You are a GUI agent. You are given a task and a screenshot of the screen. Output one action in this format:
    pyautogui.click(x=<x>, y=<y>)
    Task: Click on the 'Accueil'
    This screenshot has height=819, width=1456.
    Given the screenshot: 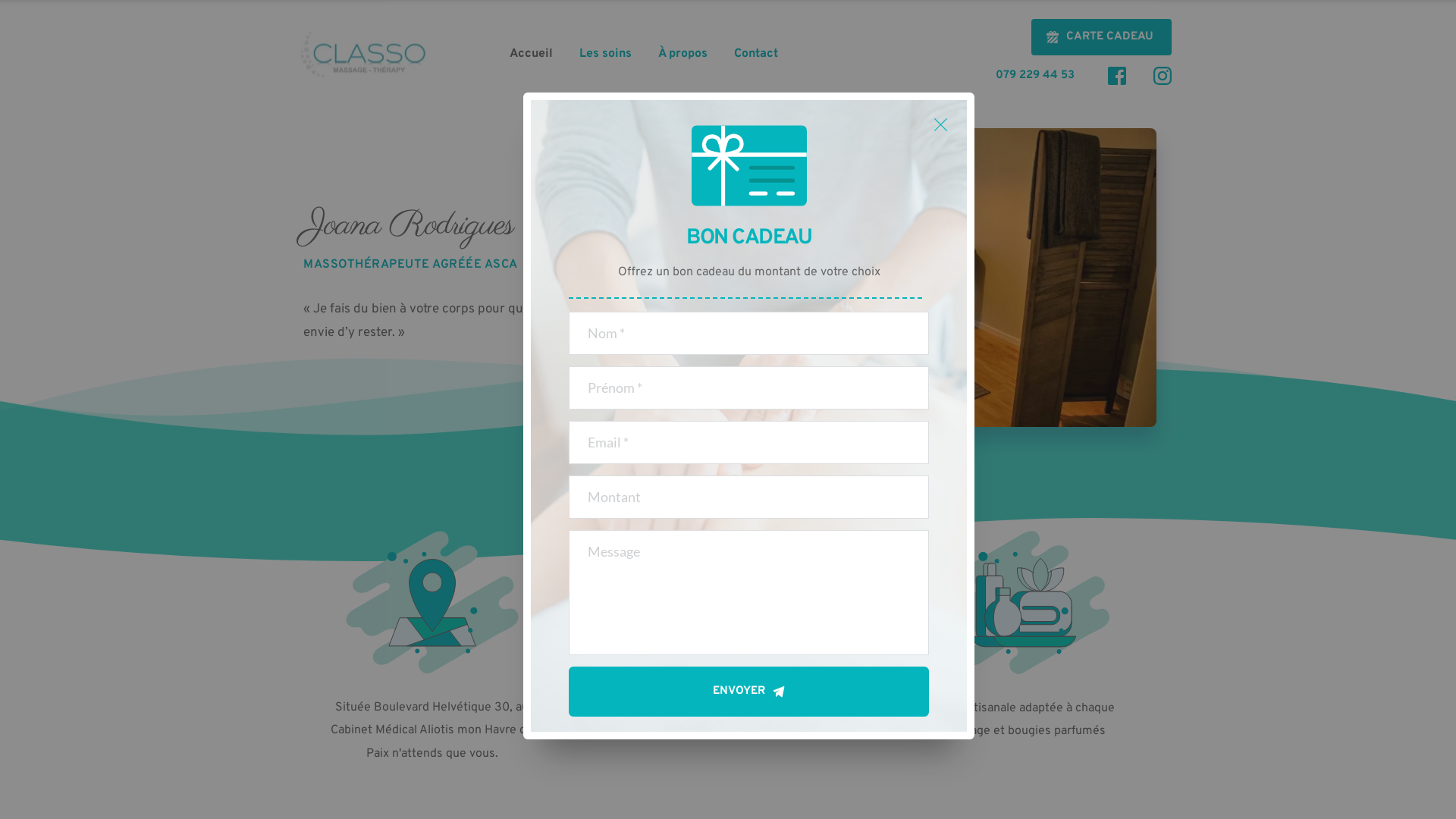 What is the action you would take?
    pyautogui.click(x=531, y=52)
    